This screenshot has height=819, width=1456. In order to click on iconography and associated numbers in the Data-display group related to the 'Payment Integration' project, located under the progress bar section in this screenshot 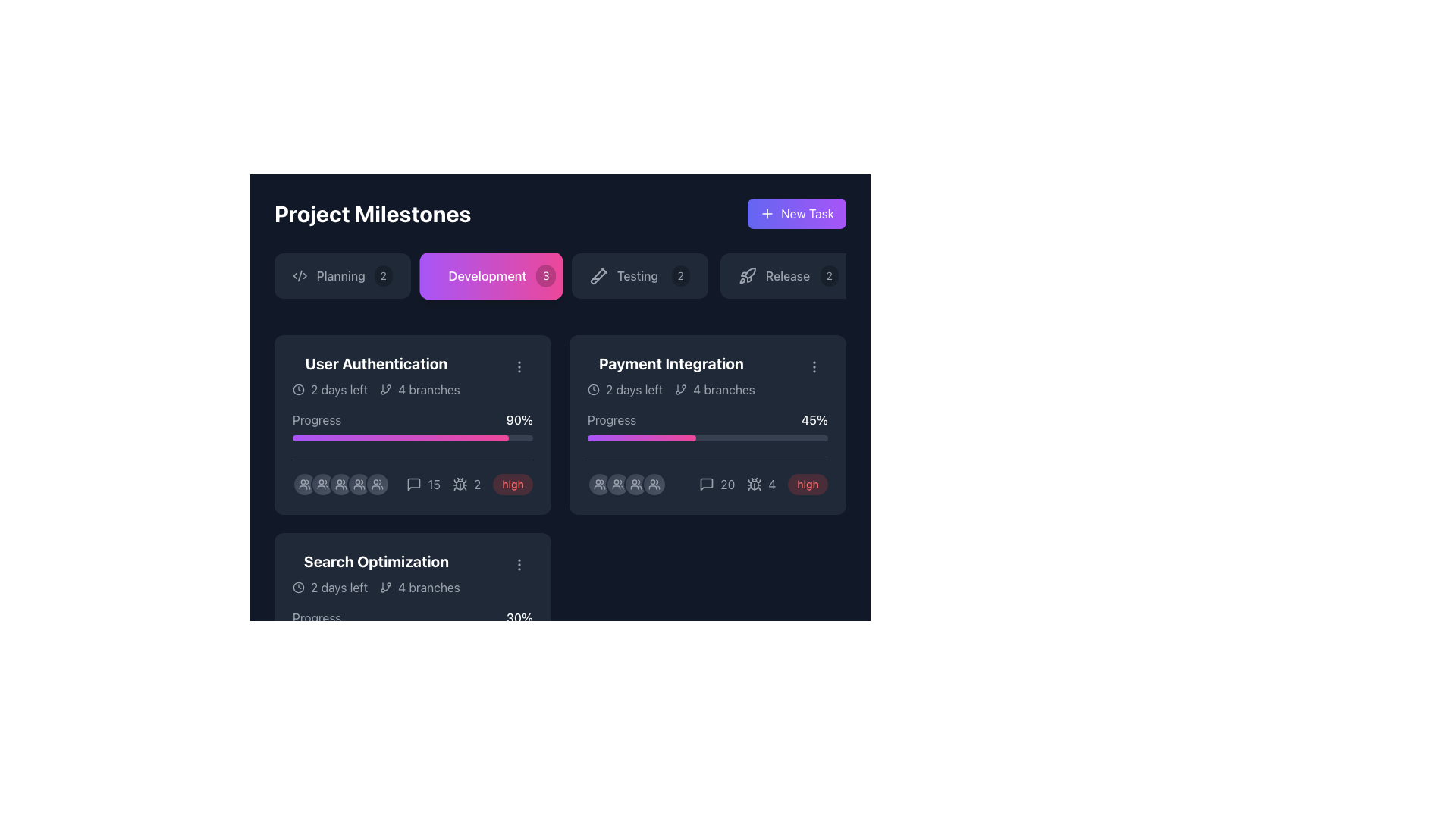, I will do `click(707, 478)`.